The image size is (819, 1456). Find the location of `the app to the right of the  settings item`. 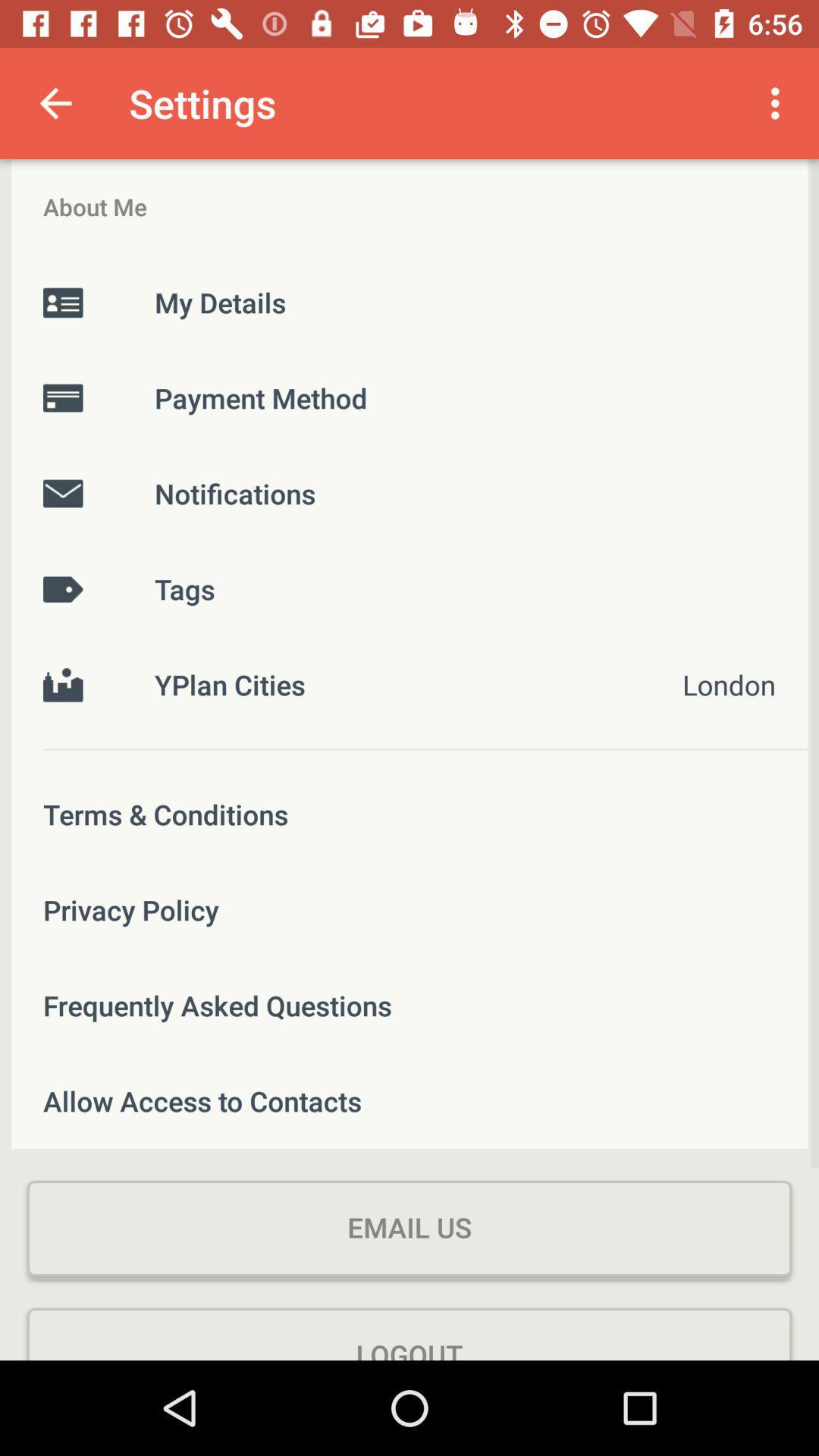

the app to the right of the  settings item is located at coordinates (779, 102).